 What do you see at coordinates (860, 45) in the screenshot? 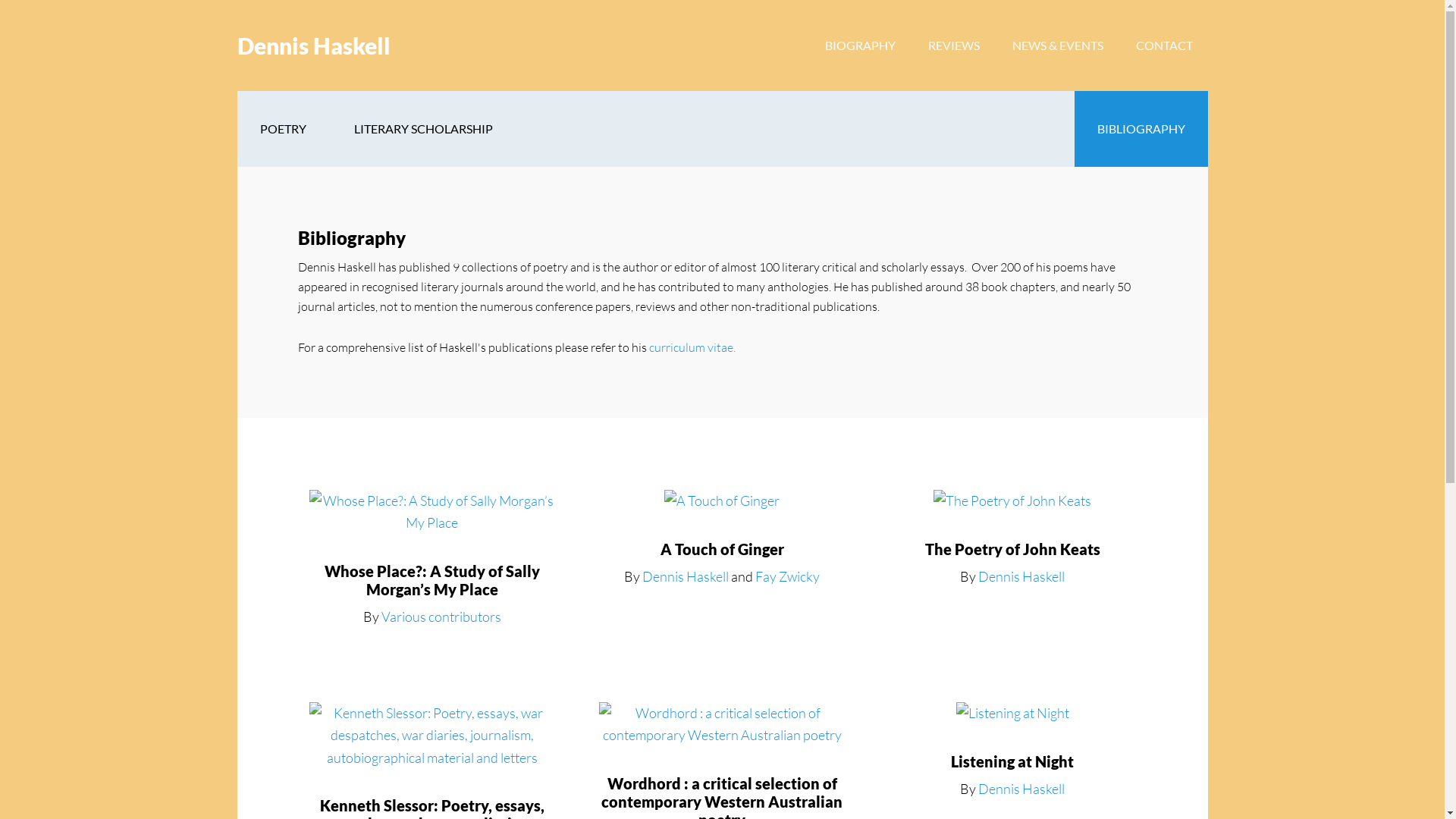
I see `'BIOGRAPHY'` at bounding box center [860, 45].